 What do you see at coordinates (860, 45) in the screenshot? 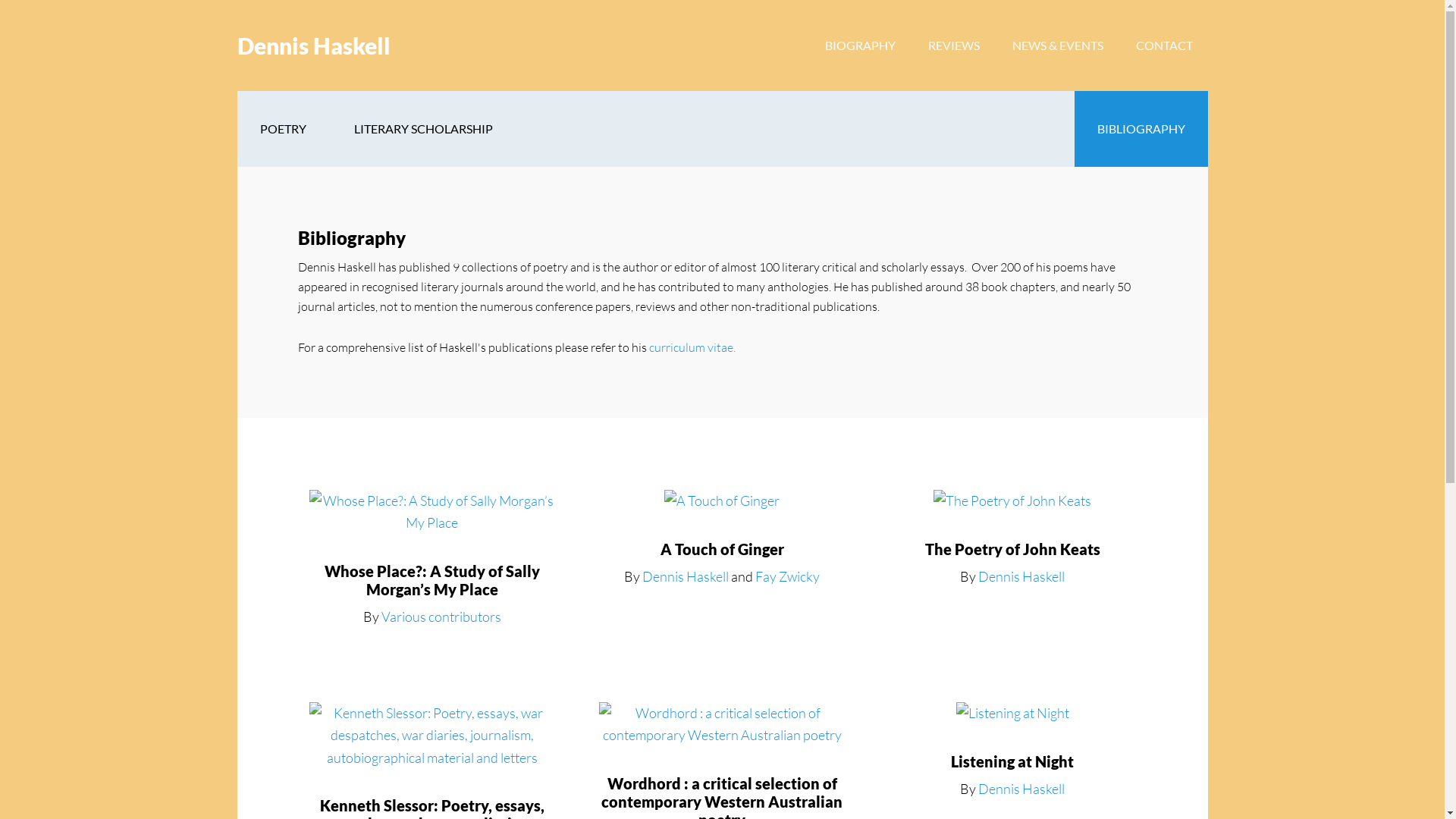
I see `'BIOGRAPHY'` at bounding box center [860, 45].